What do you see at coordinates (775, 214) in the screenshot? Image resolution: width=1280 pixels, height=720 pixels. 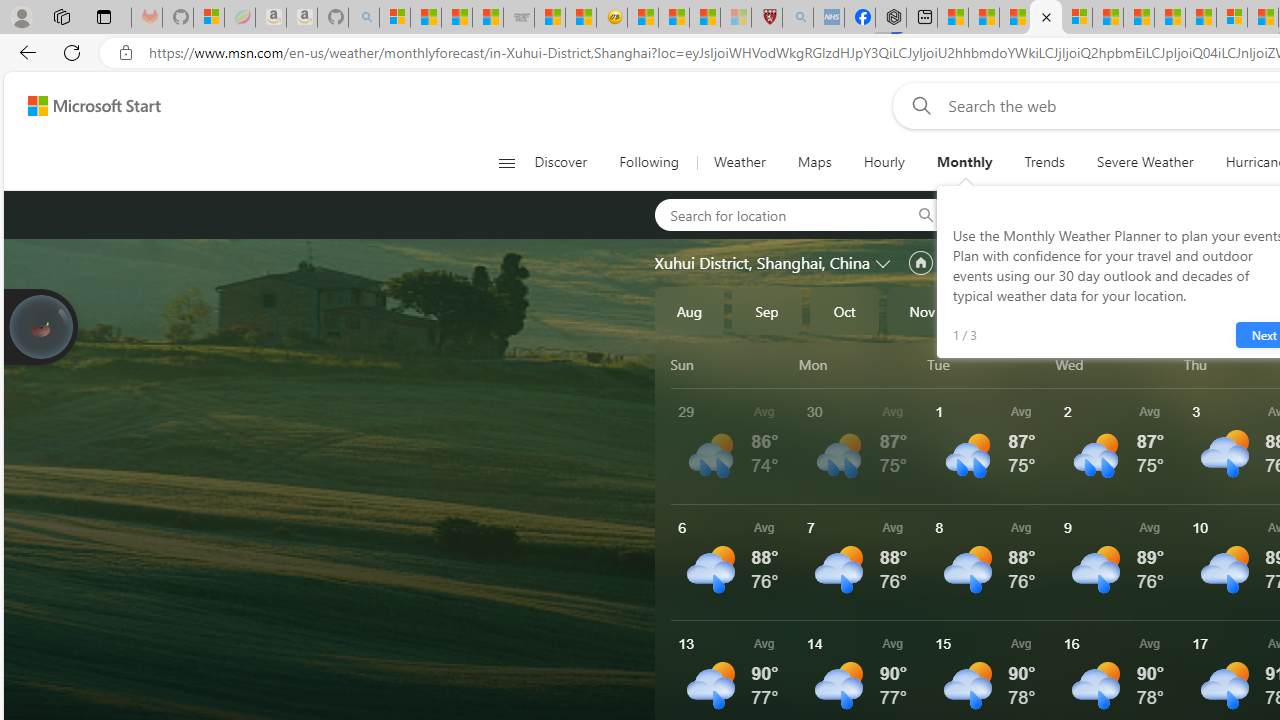 I see `'Search for location'` at bounding box center [775, 214].